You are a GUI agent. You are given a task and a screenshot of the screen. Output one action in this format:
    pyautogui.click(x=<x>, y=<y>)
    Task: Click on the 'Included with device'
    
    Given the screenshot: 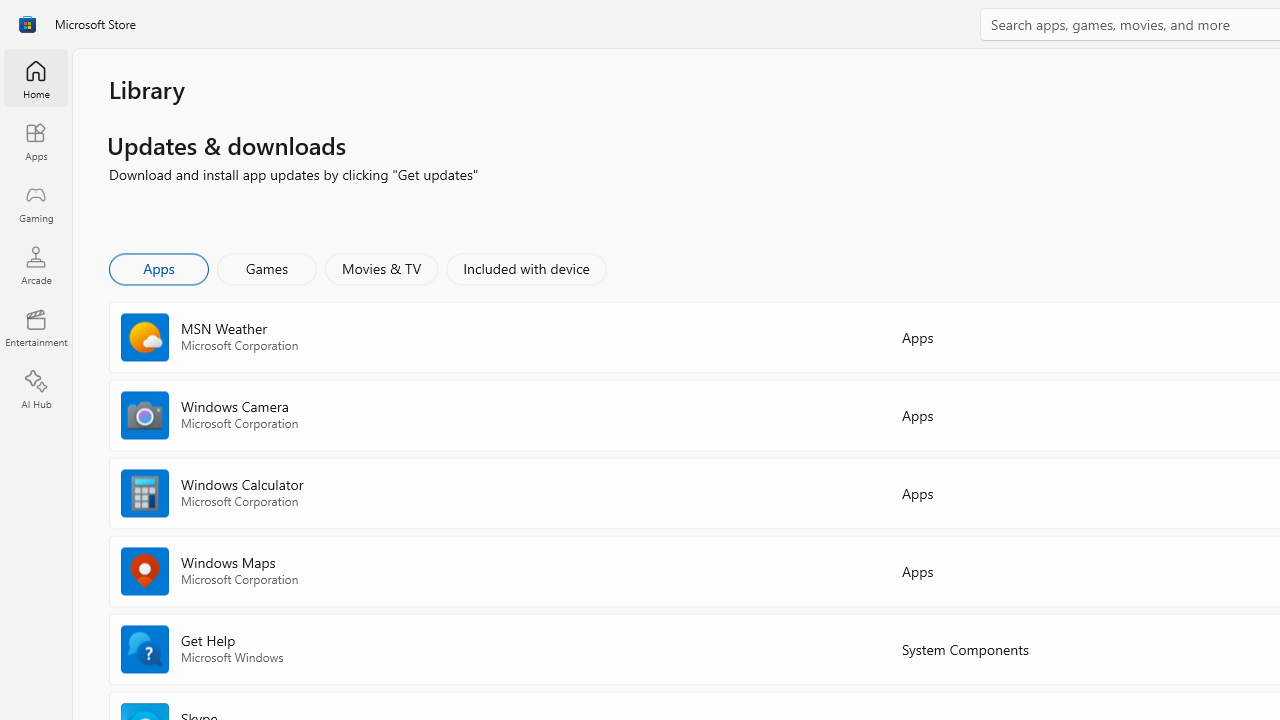 What is the action you would take?
    pyautogui.click(x=525, y=267)
    